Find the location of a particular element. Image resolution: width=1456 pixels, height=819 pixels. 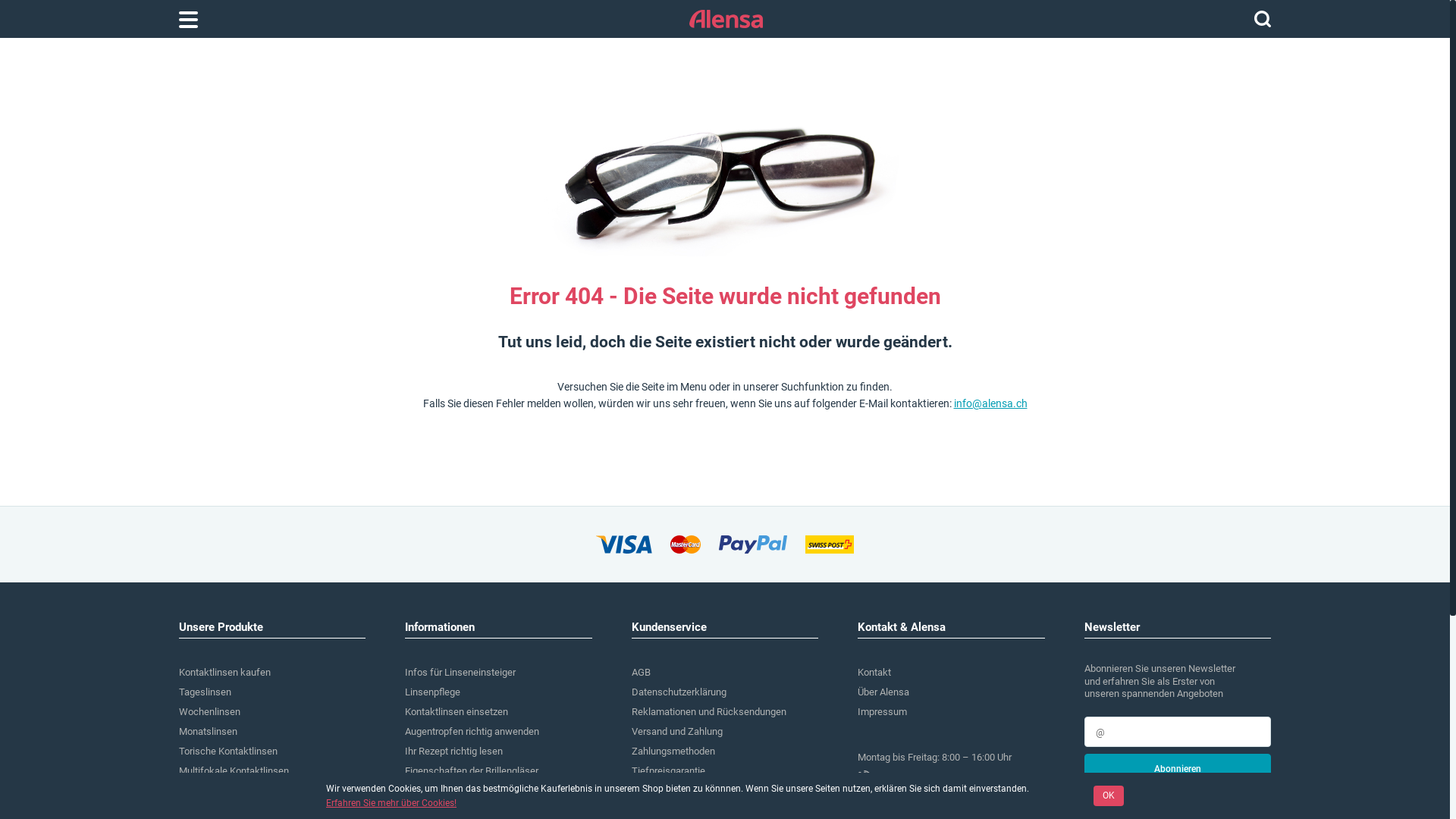

'AGB' is located at coordinates (641, 671).